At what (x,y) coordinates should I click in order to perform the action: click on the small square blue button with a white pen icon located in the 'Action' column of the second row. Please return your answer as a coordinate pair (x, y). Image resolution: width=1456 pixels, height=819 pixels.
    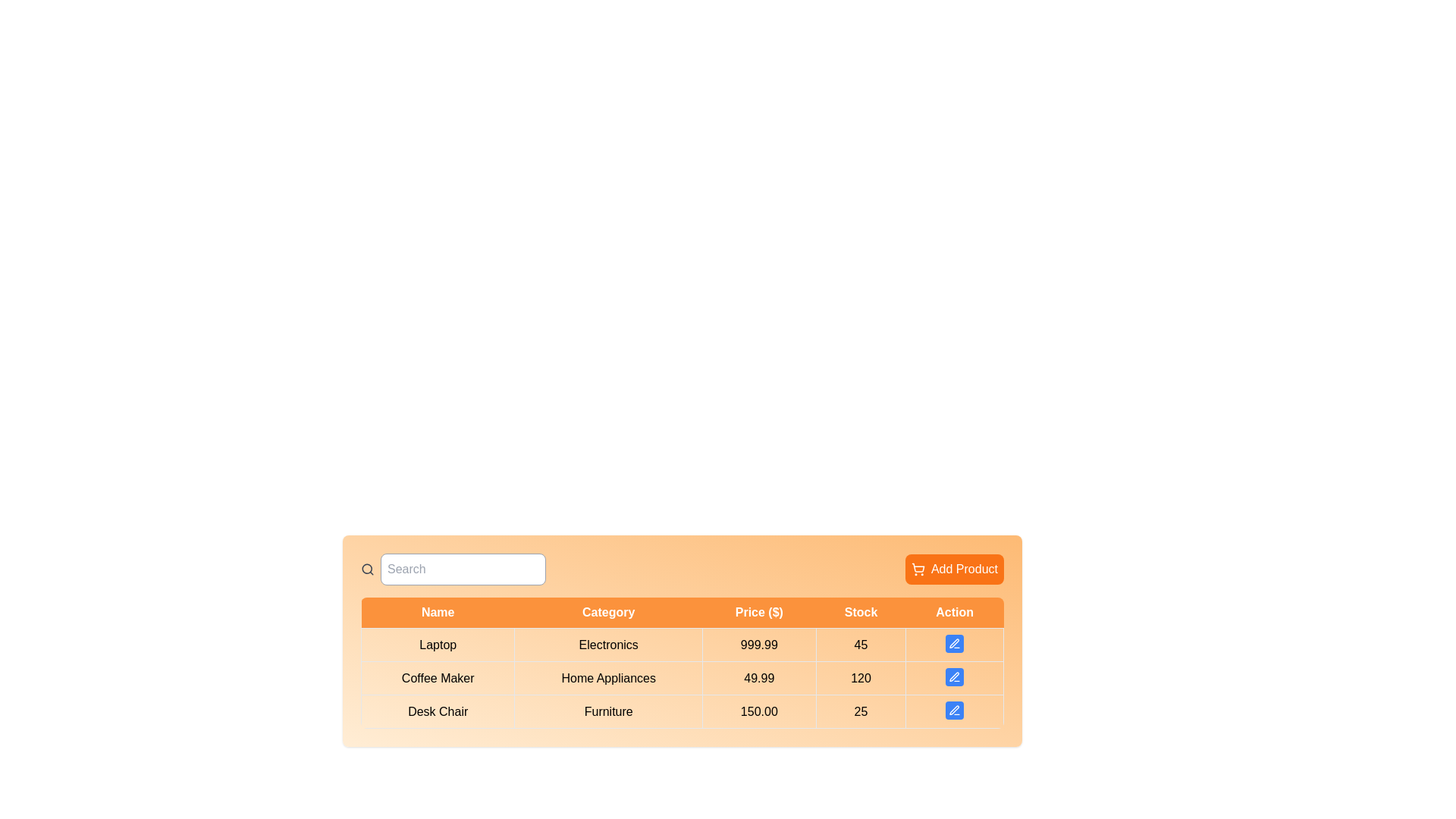
    Looking at the image, I should click on (954, 677).